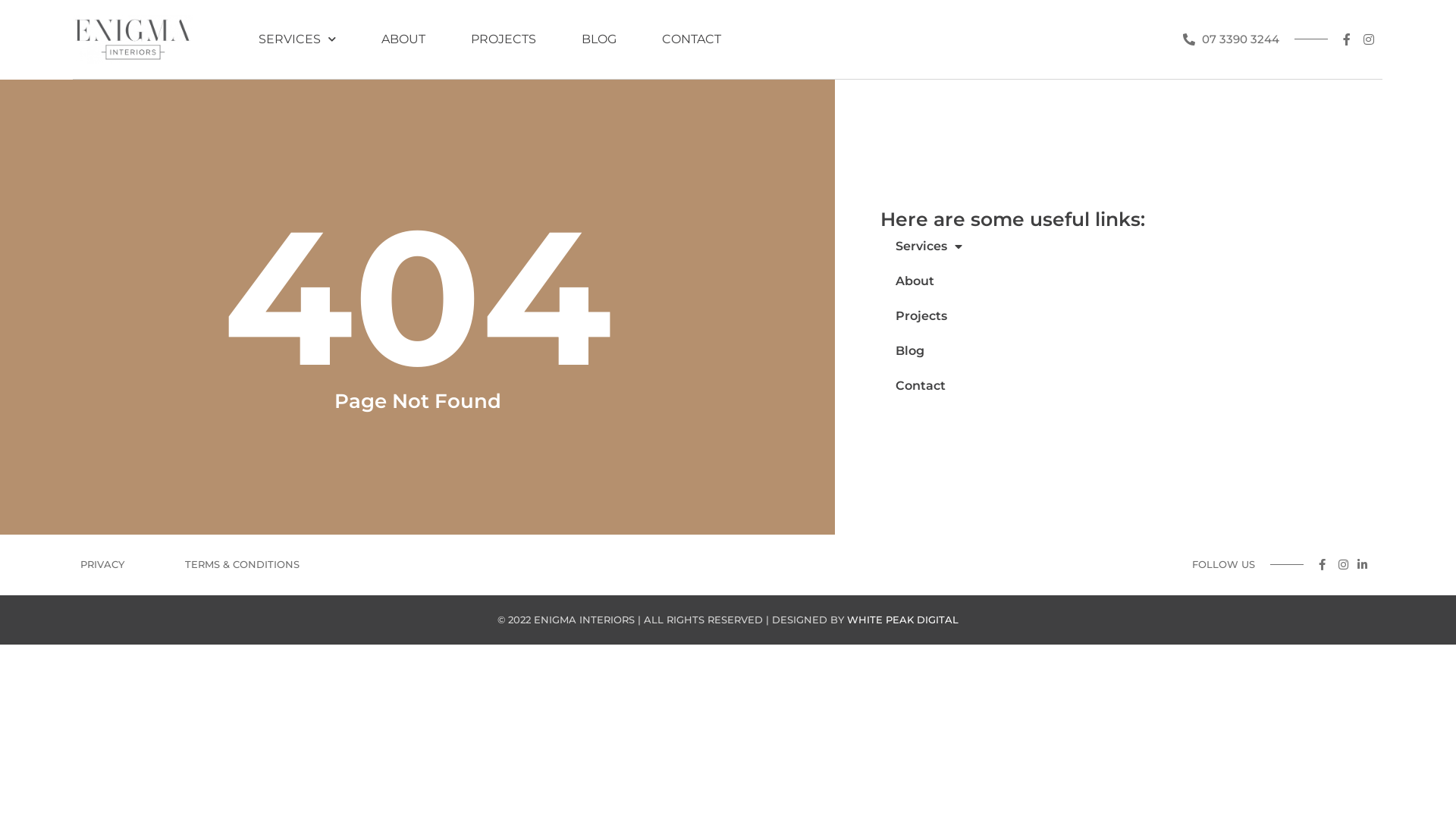 The image size is (1456, 819). What do you see at coordinates (598, 38) in the screenshot?
I see `'BLOG'` at bounding box center [598, 38].